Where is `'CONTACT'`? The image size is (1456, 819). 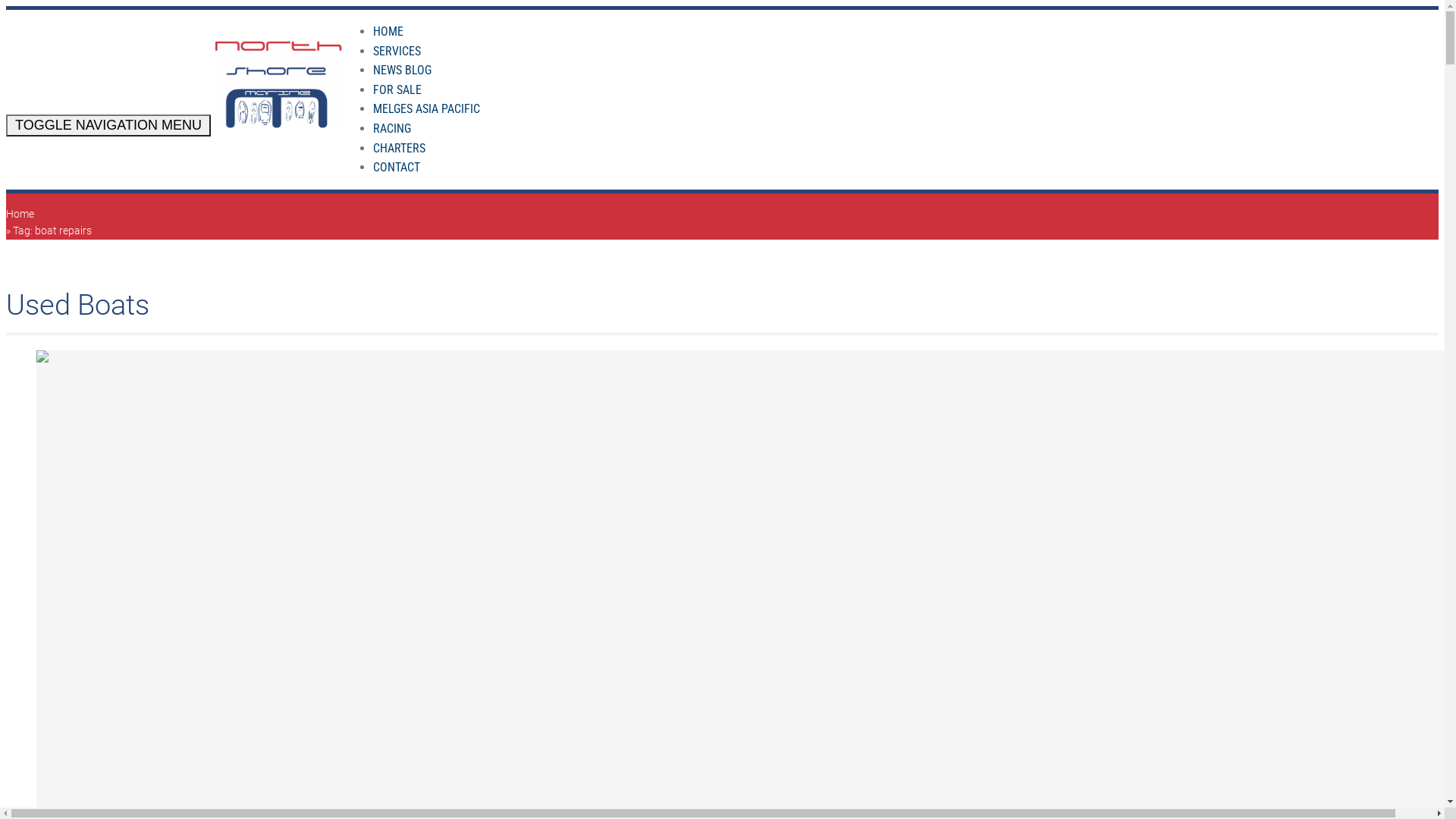 'CONTACT' is located at coordinates (397, 167).